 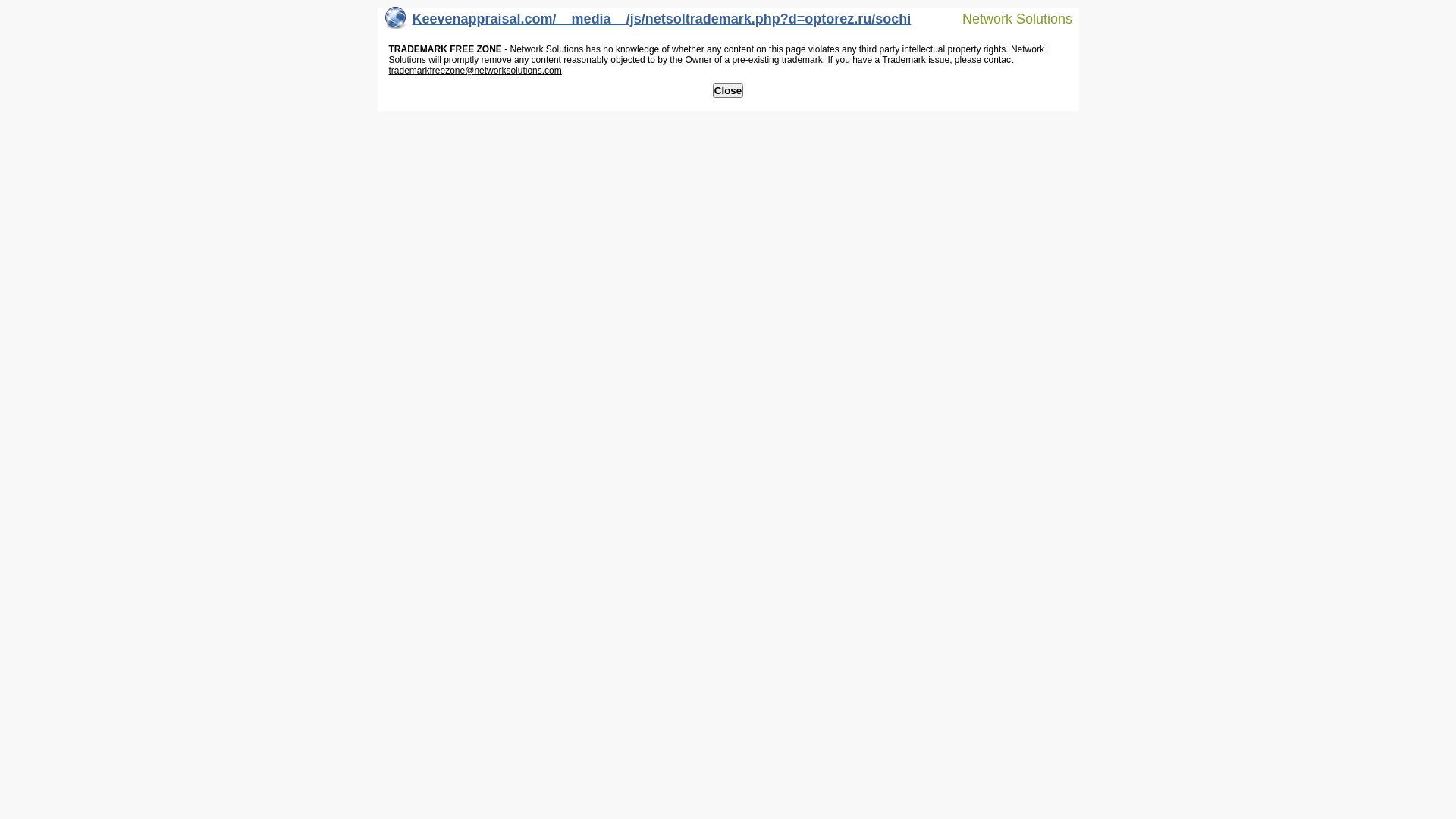 What do you see at coordinates (473, 70) in the screenshot?
I see `'trademarkfreezone@networksolutions.com'` at bounding box center [473, 70].